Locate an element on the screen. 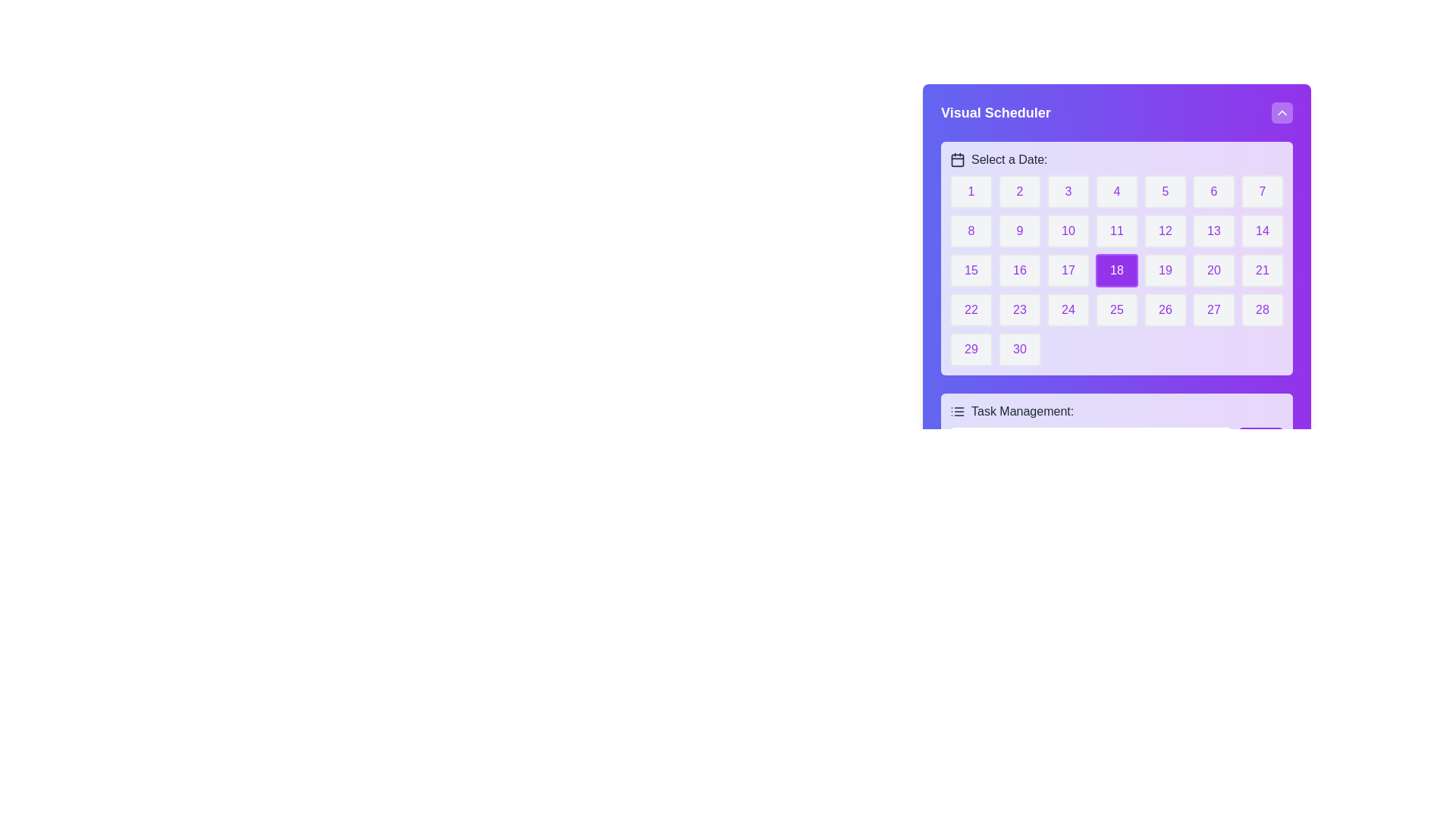  the date selection button located in the third row and fifth column of the calendar widget is located at coordinates (1164, 270).